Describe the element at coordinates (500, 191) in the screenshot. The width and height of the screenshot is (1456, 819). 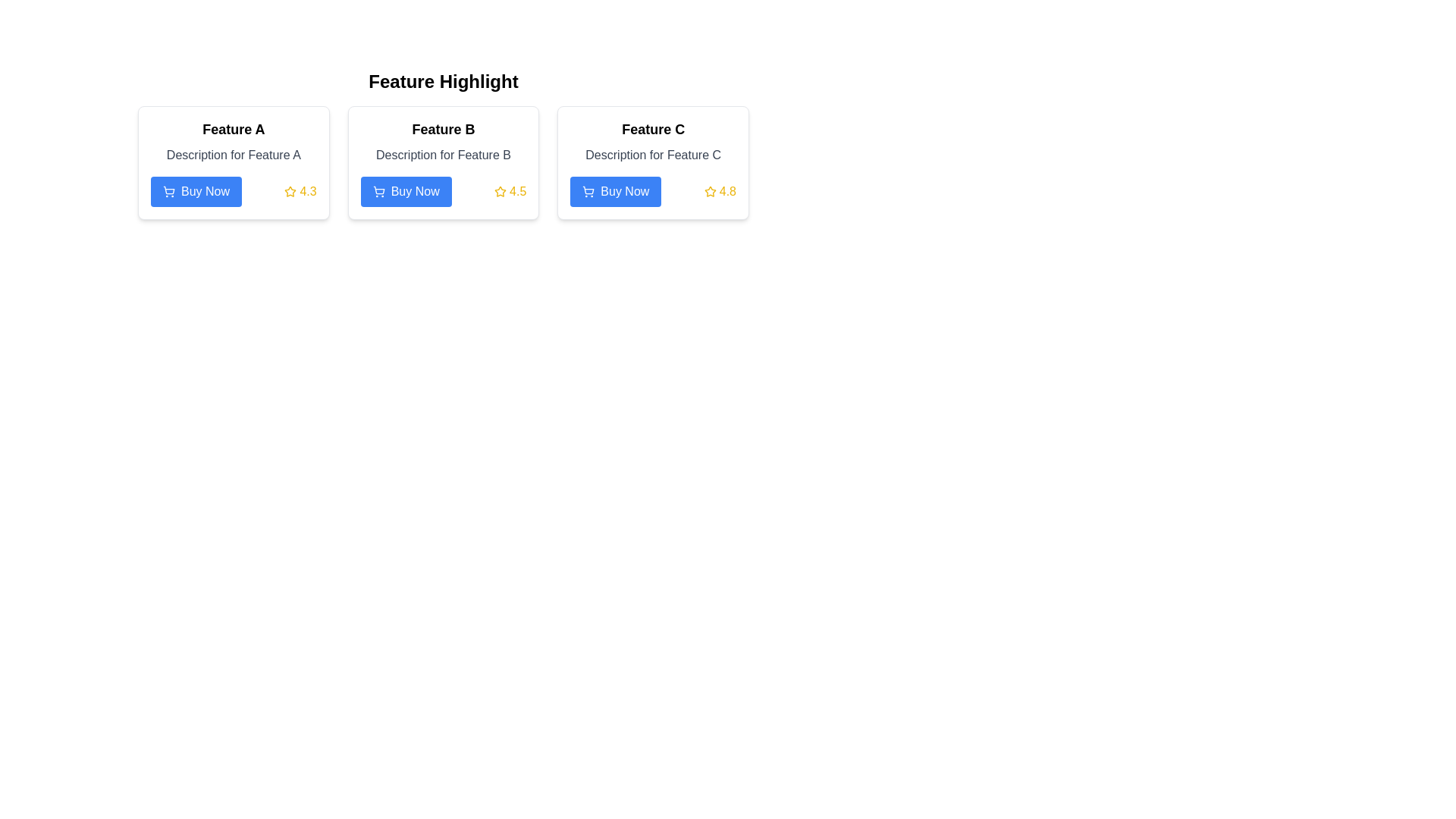
I see `the yellow star icon that serves as a rating indicator located in the Feature B section, positioned to the right of the 'Buy Now' button and to the left of the text '4.5'` at that location.